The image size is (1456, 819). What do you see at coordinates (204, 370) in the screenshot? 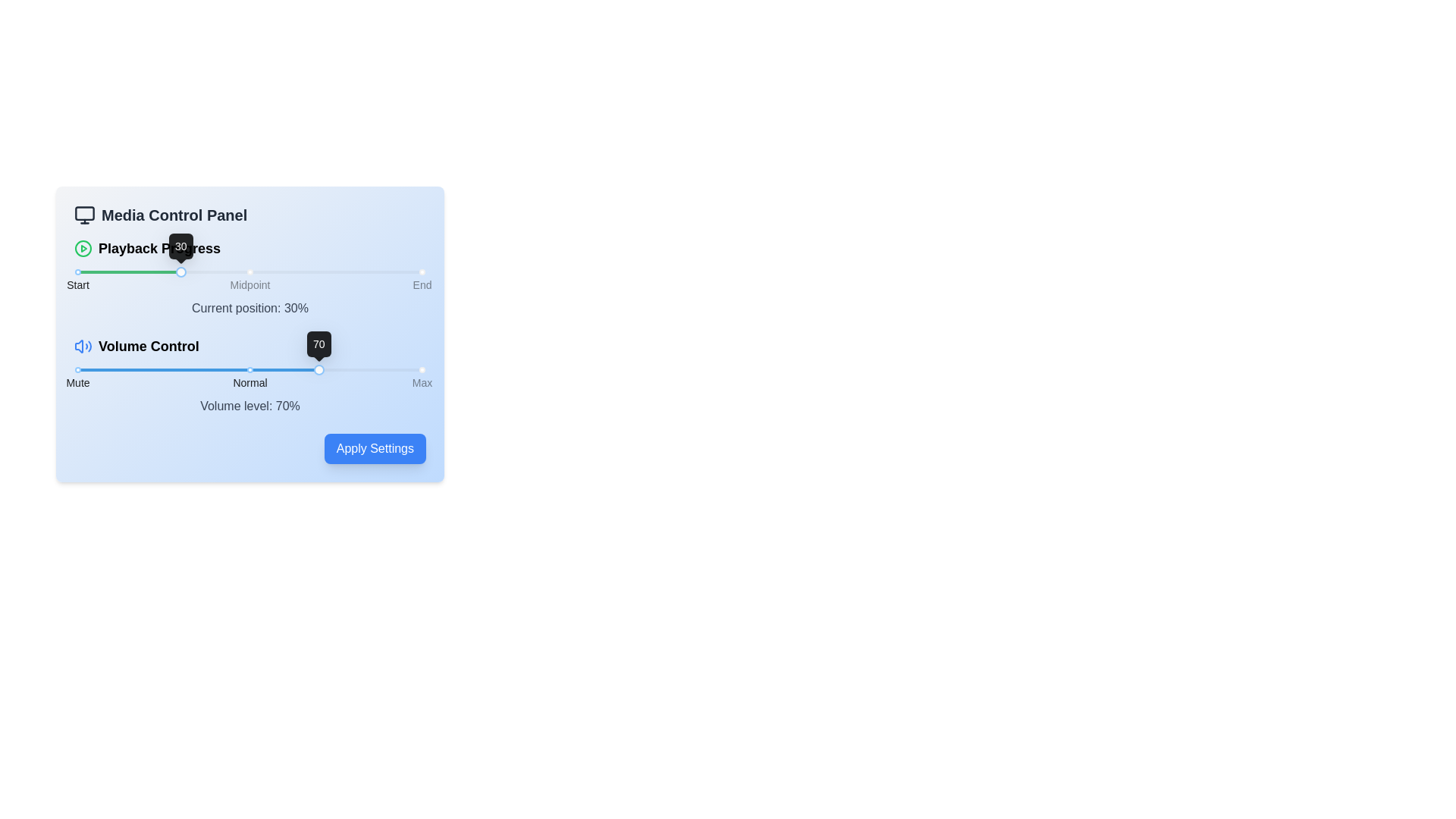
I see `the slider` at bounding box center [204, 370].